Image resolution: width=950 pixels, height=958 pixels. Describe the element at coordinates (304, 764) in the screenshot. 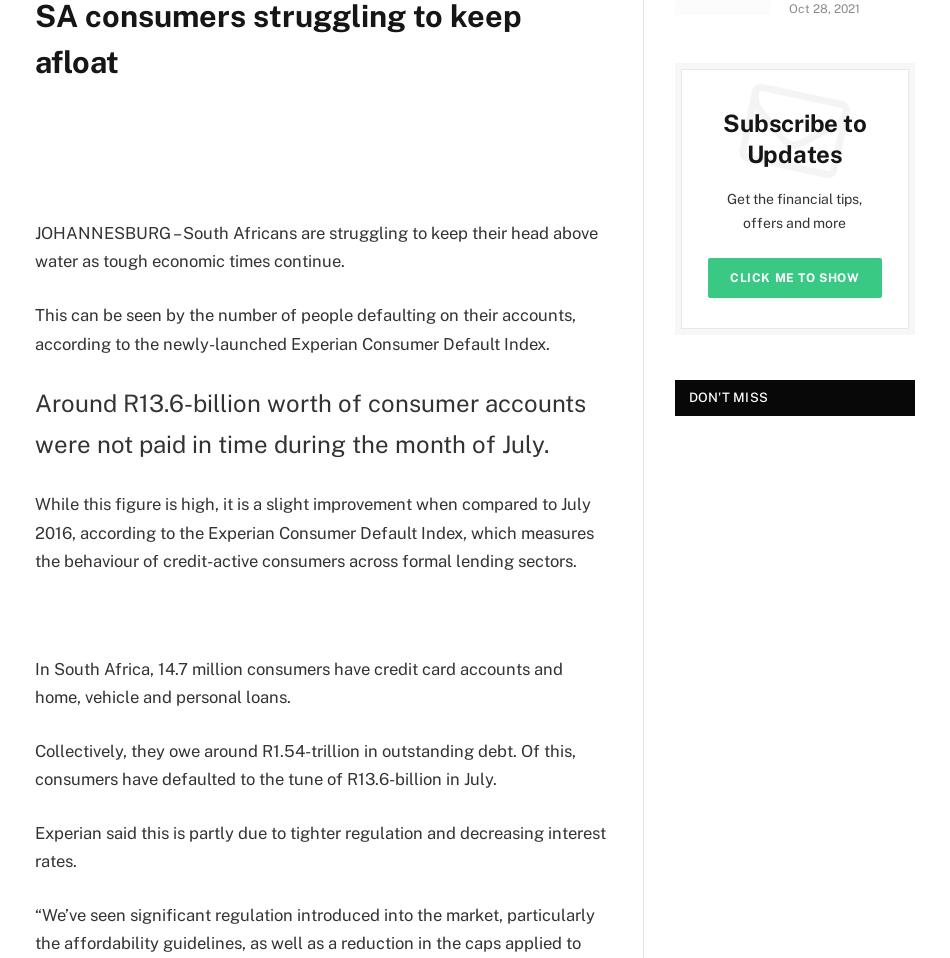

I see `'Collectively, they owe around R1.54-trillion in outstanding debt. Of this, consumers have defaulted to the tune of R13.6-billion in July.'` at that location.